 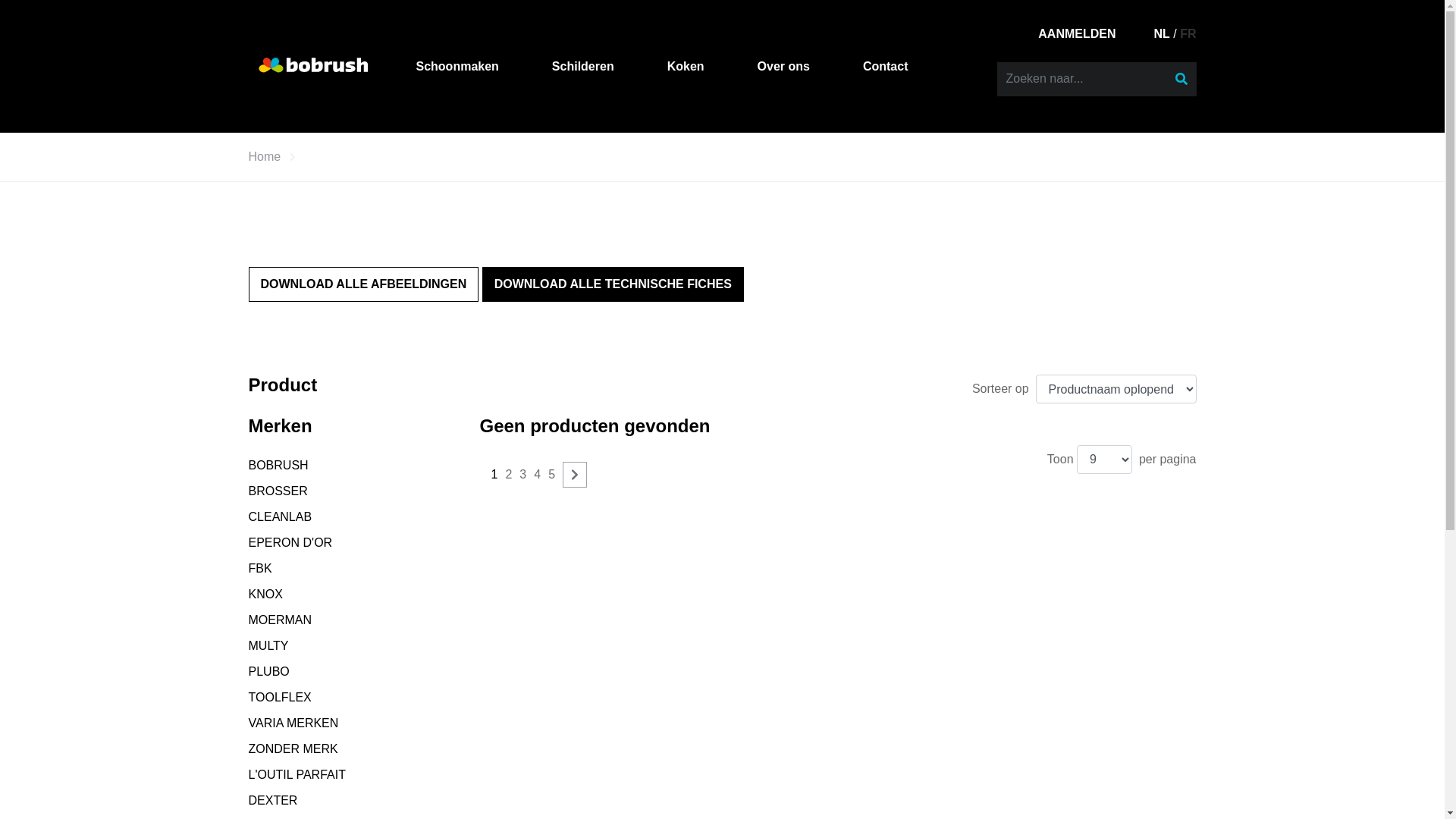 I want to click on 'MOERMAN', so click(x=280, y=620).